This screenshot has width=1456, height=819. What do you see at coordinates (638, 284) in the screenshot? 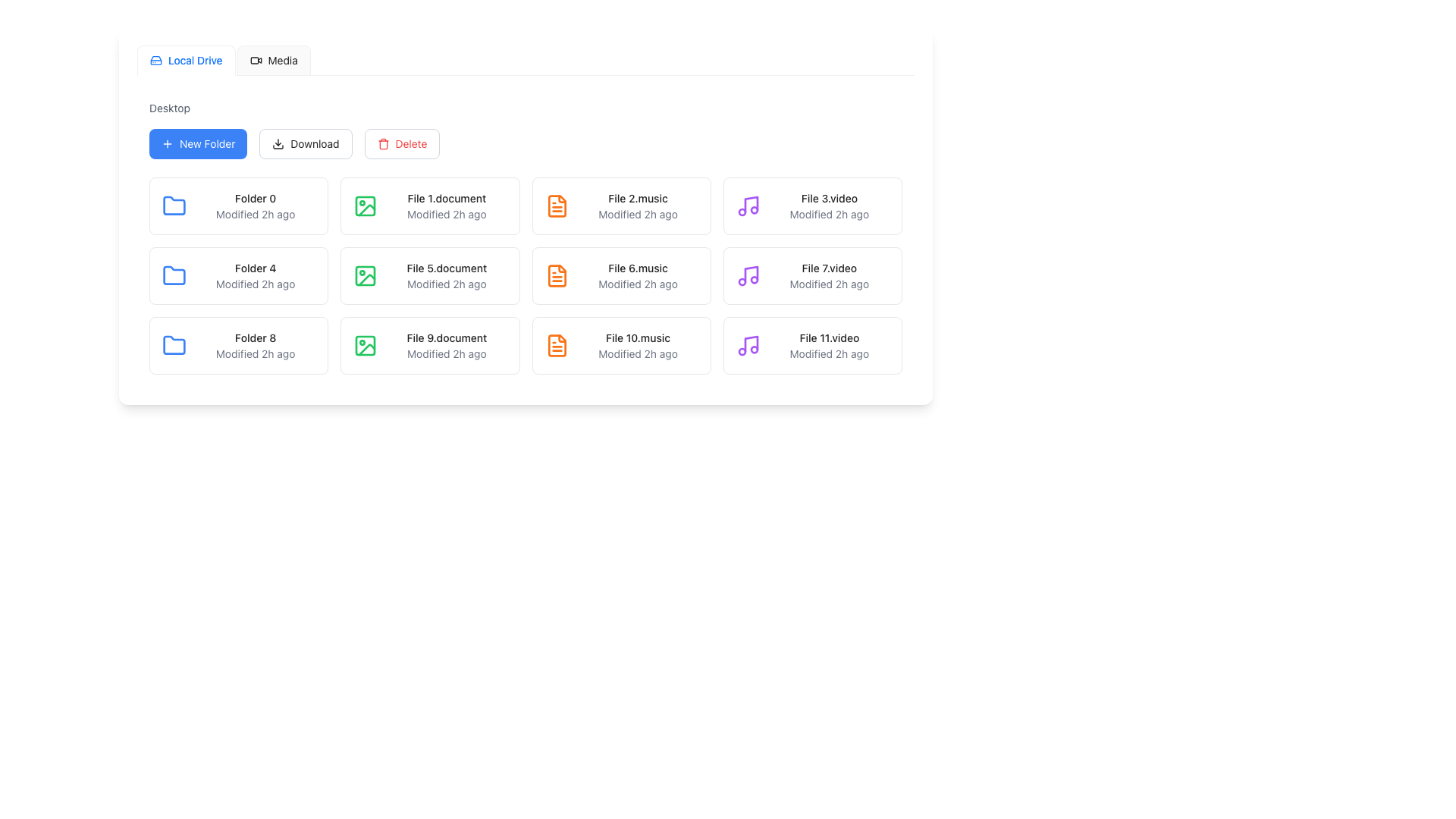
I see `the text label displaying the last modification time of 'File 6.music', located below the title in the second row of the right column` at bounding box center [638, 284].